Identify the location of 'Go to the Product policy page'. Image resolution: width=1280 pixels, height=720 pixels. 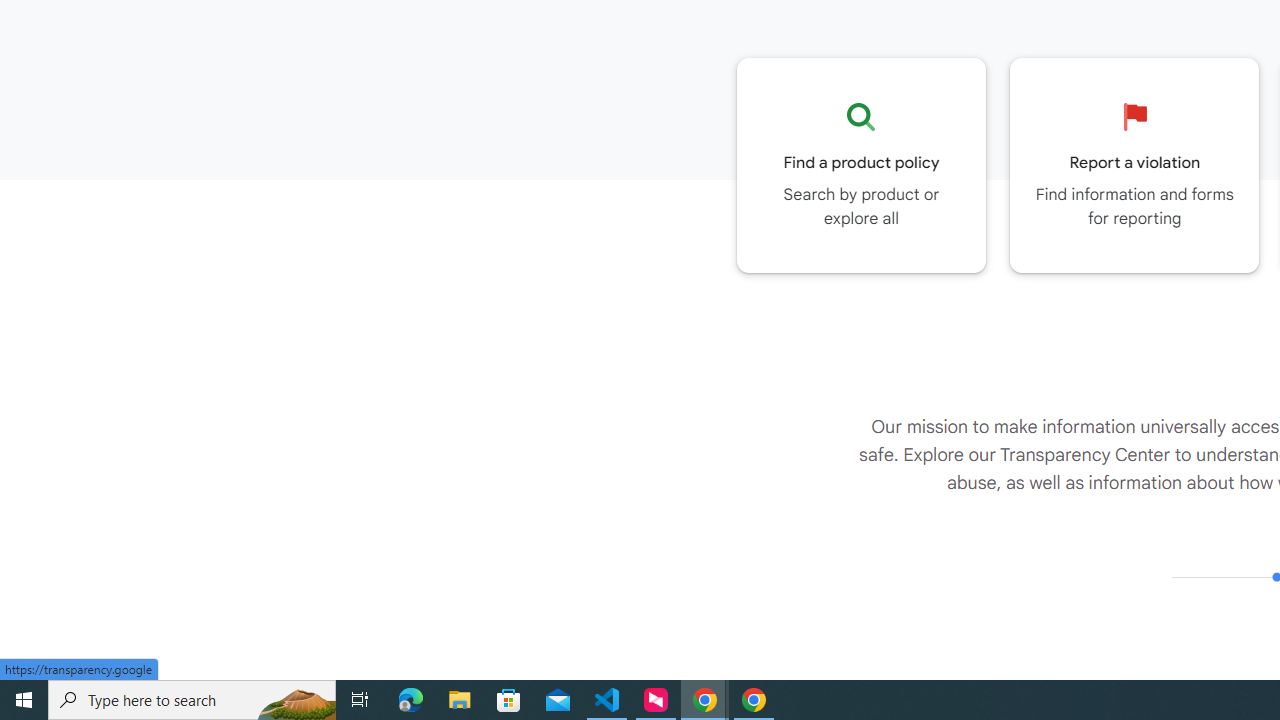
(861, 164).